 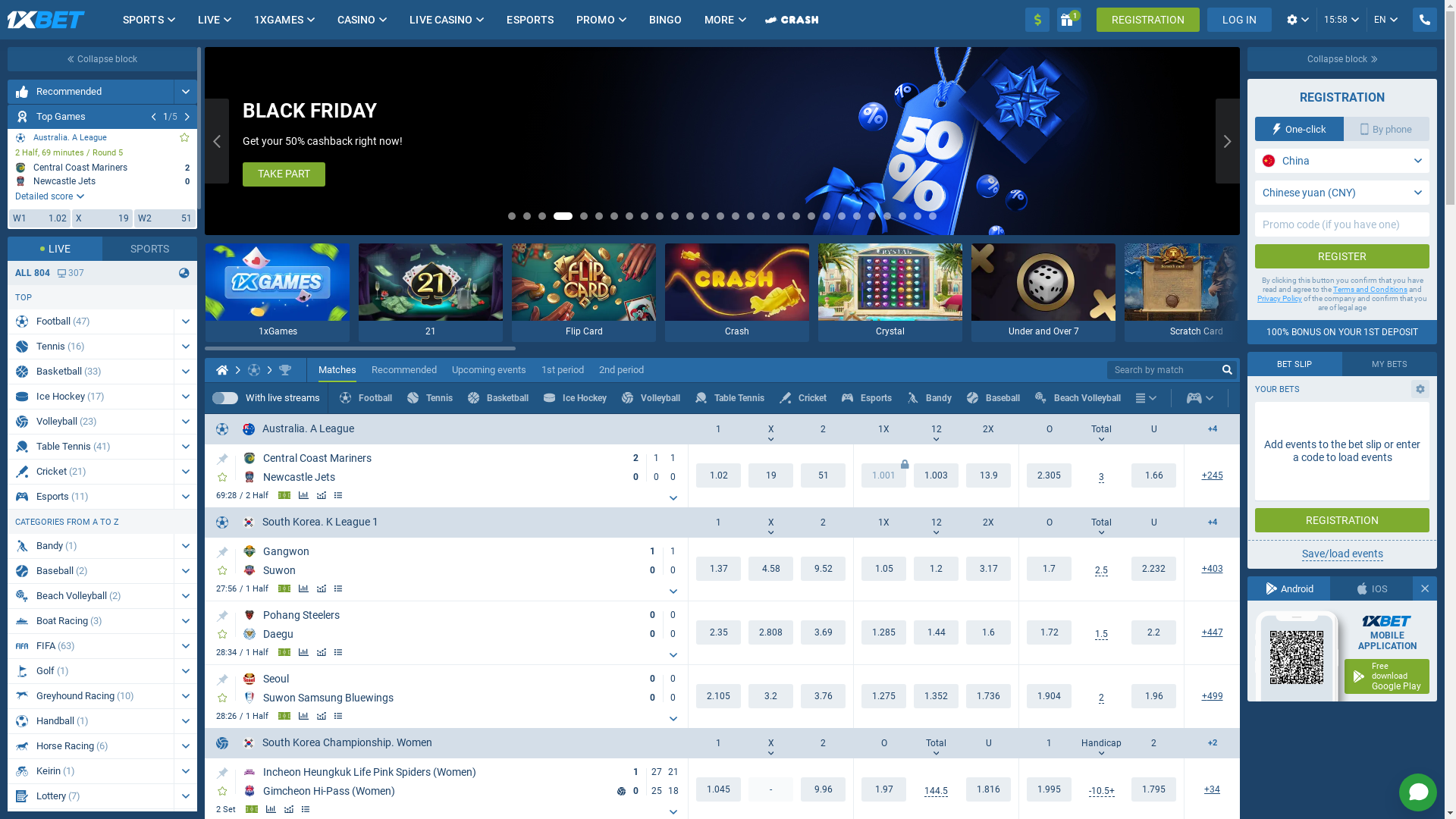 What do you see at coordinates (1087, 790) in the screenshot?
I see `'-11.5+'` at bounding box center [1087, 790].